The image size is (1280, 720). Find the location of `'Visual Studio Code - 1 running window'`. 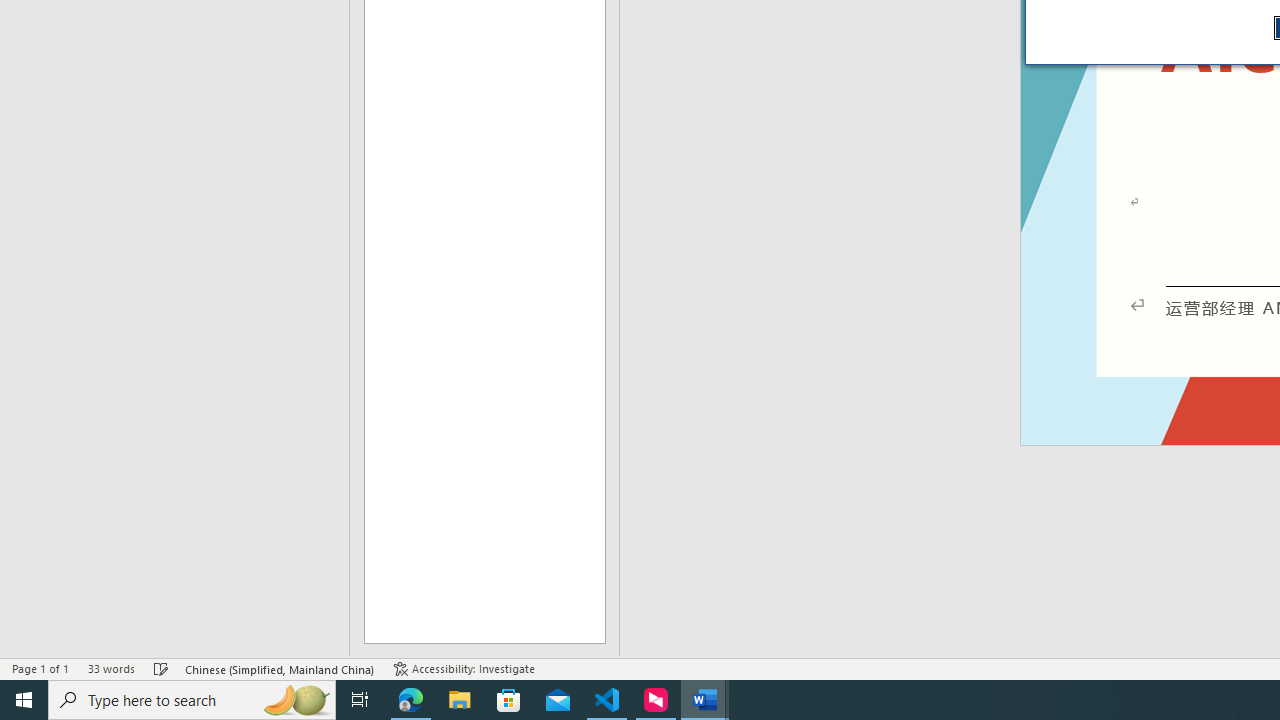

'Visual Studio Code - 1 running window' is located at coordinates (606, 698).